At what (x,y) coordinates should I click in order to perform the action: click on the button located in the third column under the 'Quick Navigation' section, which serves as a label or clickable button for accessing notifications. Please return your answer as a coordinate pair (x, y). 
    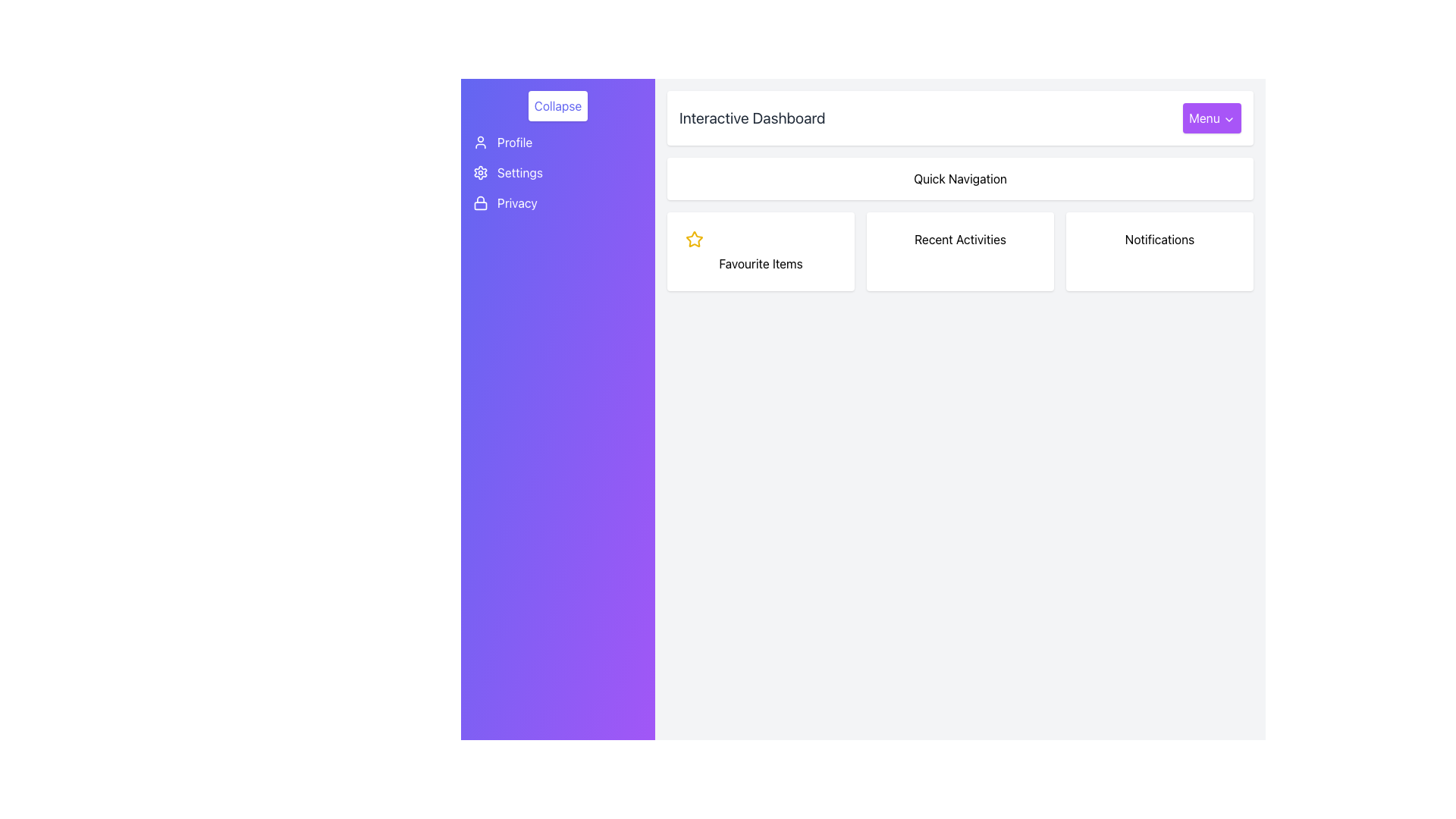
    Looking at the image, I should click on (1159, 250).